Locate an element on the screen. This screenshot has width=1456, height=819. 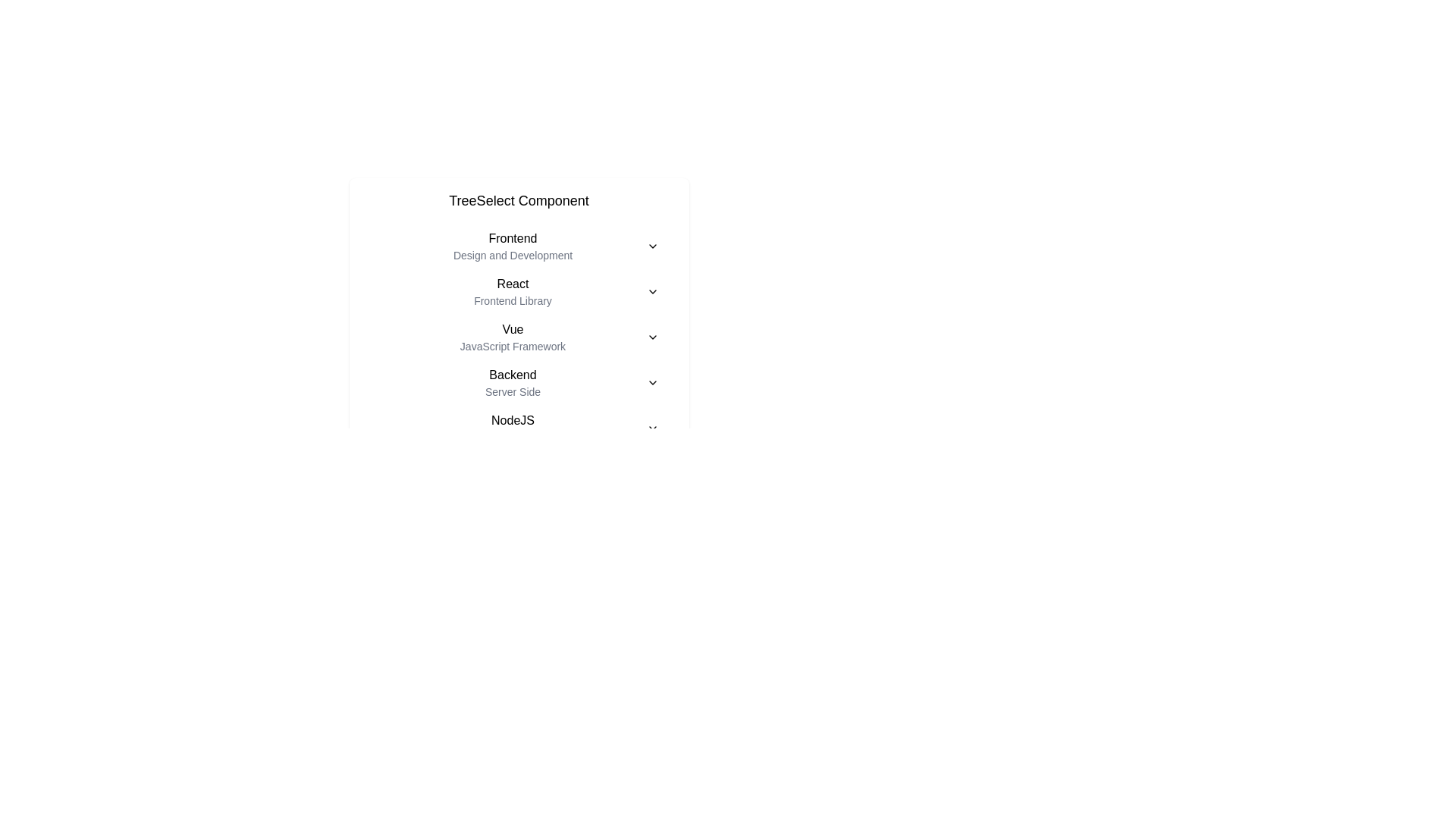
the 'Server Side' text label, which is styled with a smaller font size and light gray color, positioned directly below the bold 'Backend' text in a tree-like selectable menu is located at coordinates (513, 391).